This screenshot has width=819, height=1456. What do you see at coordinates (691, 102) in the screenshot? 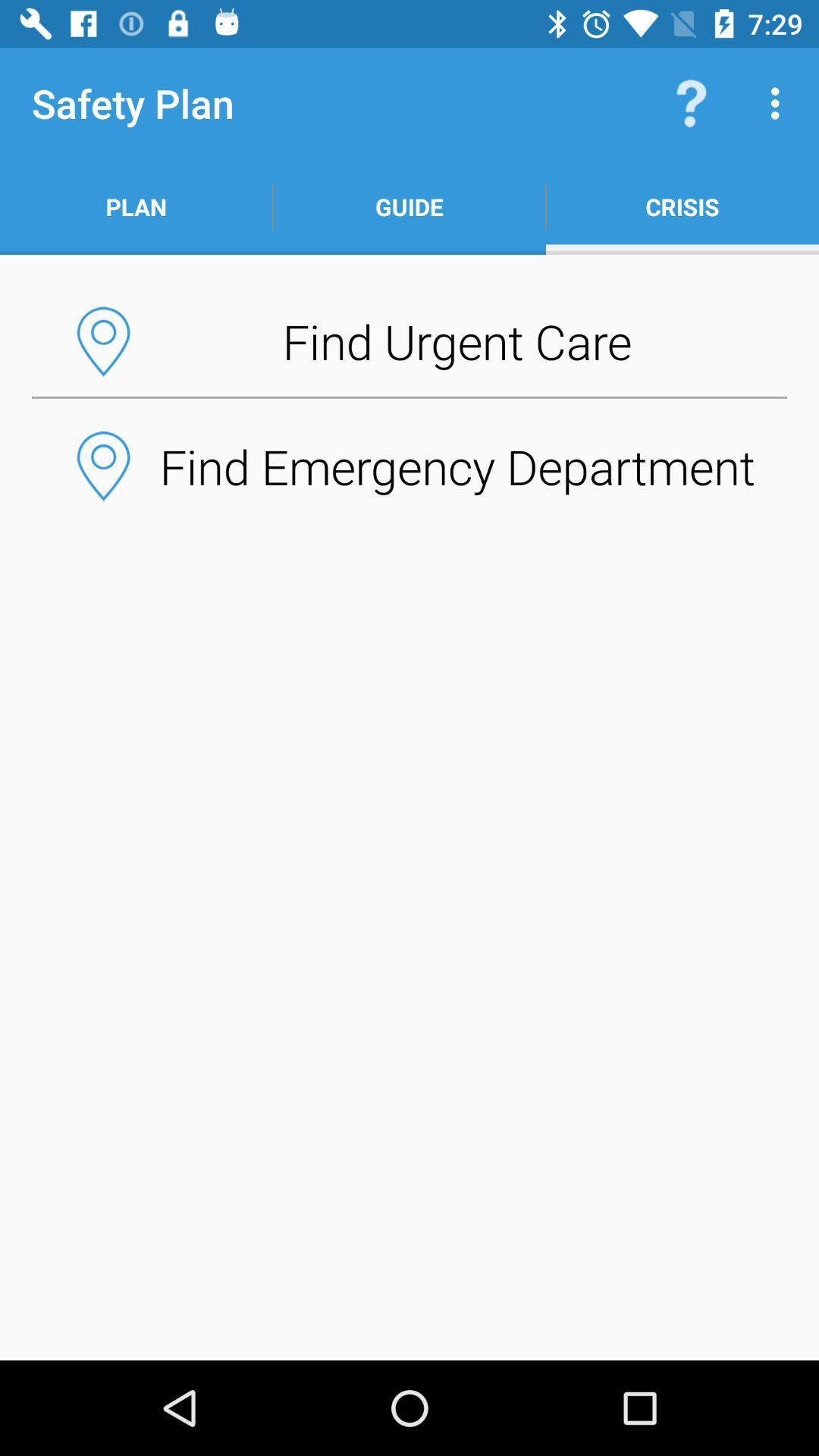
I see `the item to the right of guide app` at bounding box center [691, 102].